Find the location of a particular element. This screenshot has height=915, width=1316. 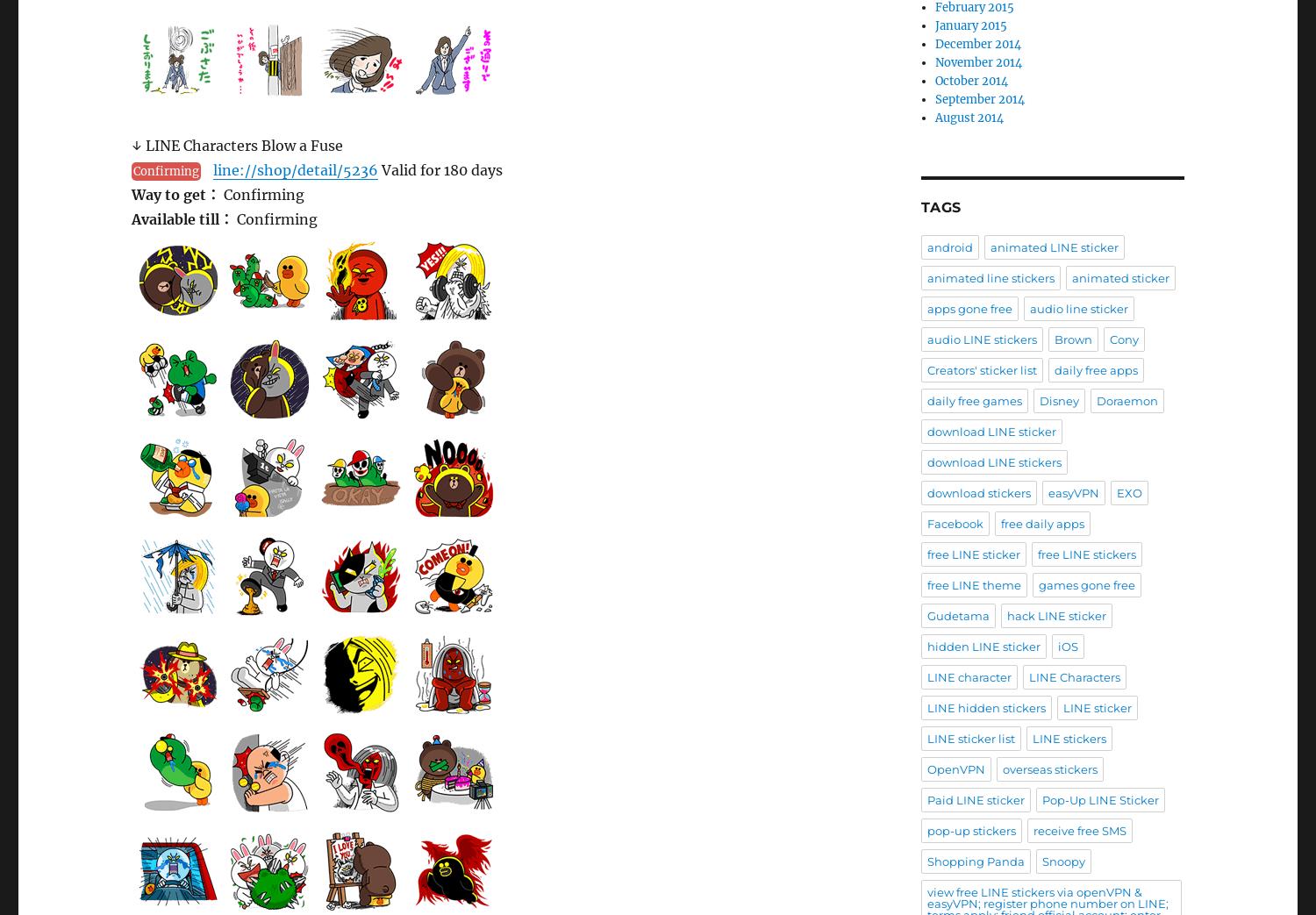

'iOS' is located at coordinates (1067, 646).